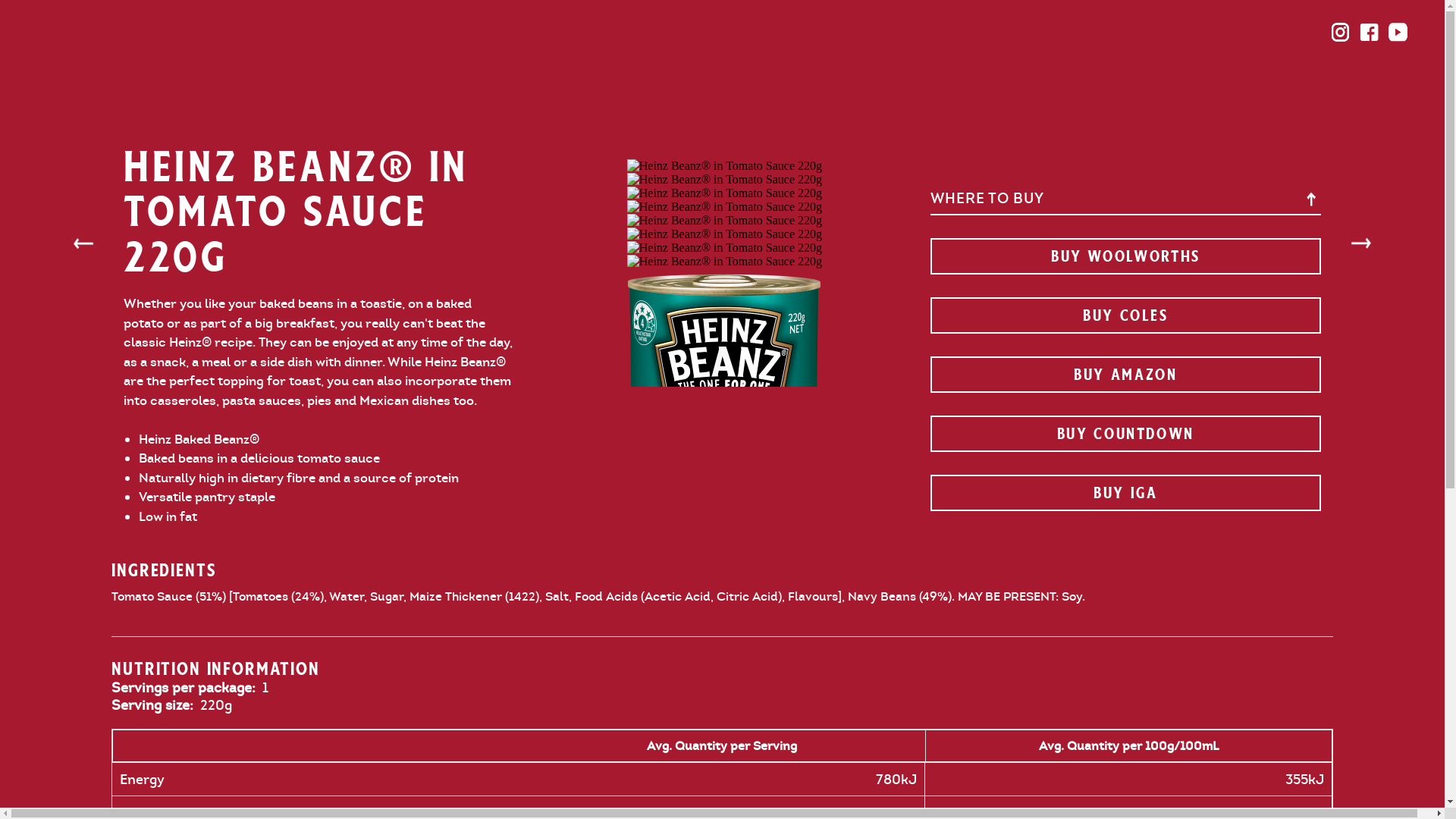 This screenshot has width=1456, height=819. What do you see at coordinates (1125, 256) in the screenshot?
I see `'Buy Woolworths'` at bounding box center [1125, 256].